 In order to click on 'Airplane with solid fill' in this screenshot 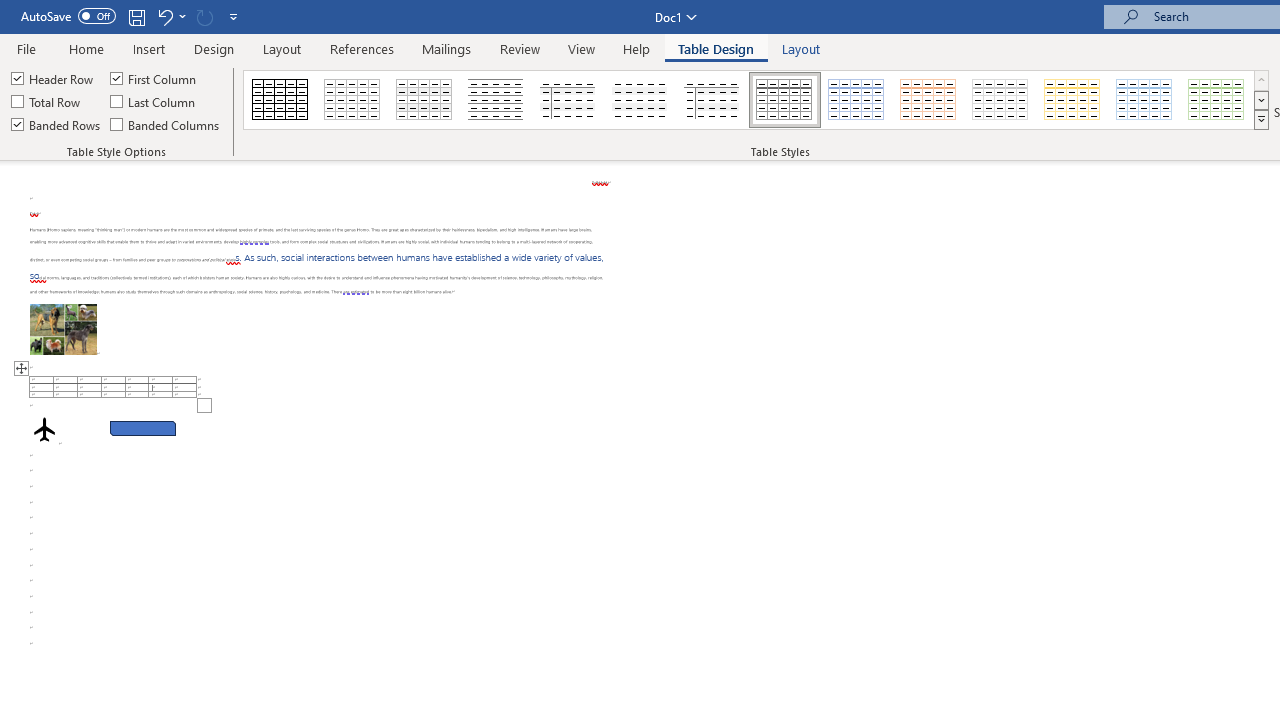, I will do `click(44, 428)`.